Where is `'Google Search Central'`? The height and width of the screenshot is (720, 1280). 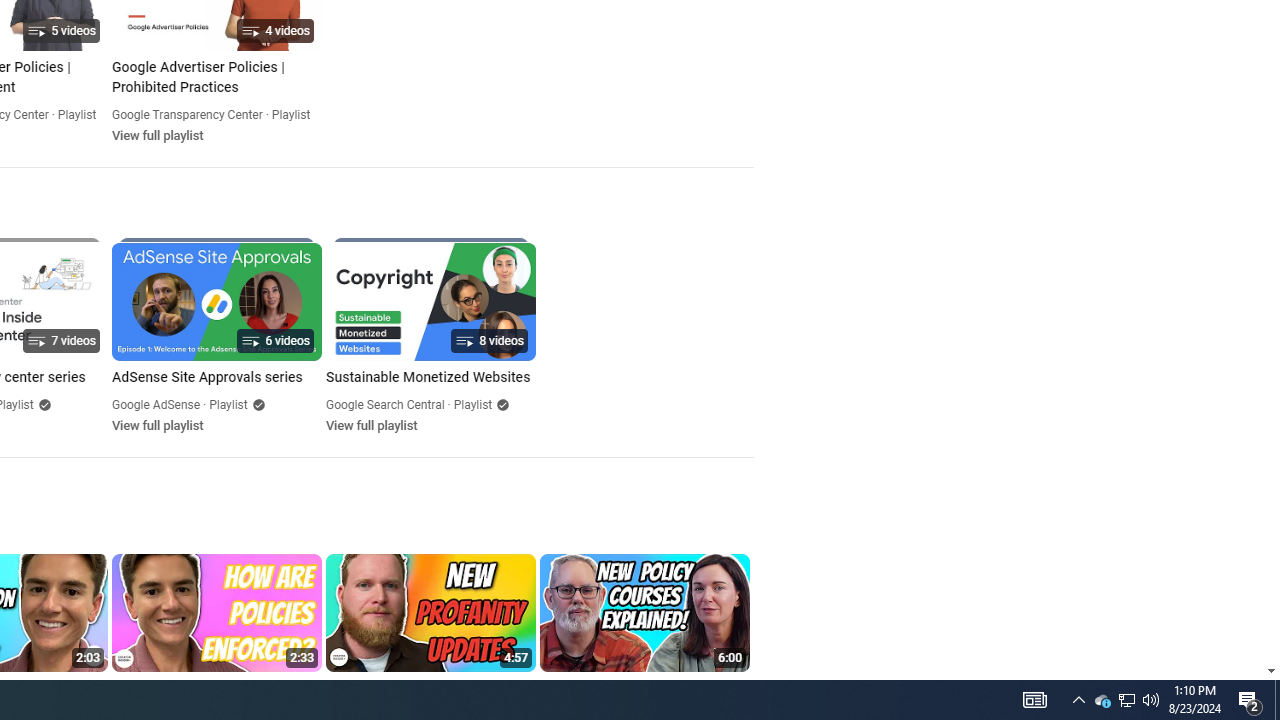
'Google Search Central' is located at coordinates (385, 405).